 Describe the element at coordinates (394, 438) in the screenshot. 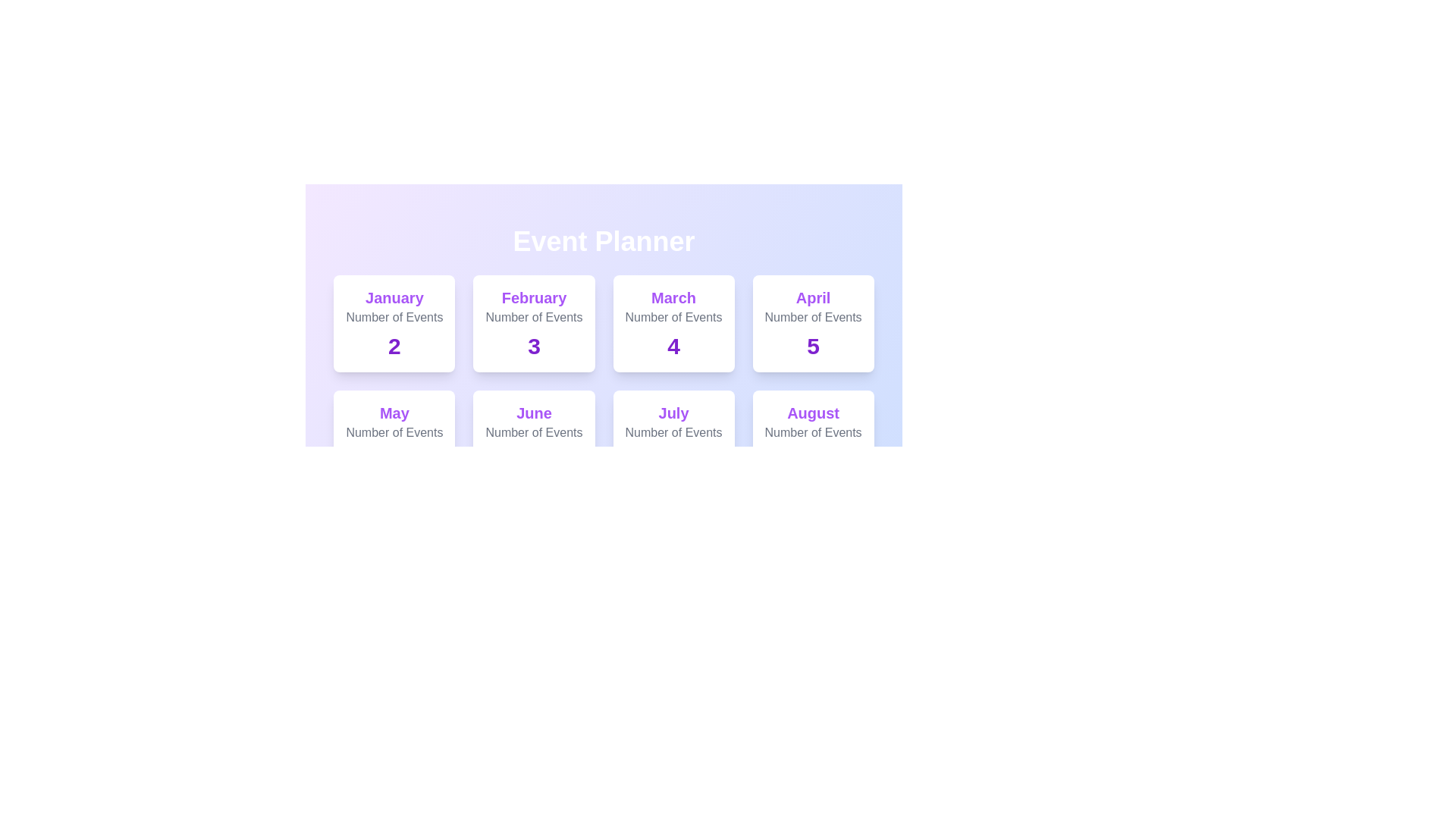

I see `the card for May` at that location.